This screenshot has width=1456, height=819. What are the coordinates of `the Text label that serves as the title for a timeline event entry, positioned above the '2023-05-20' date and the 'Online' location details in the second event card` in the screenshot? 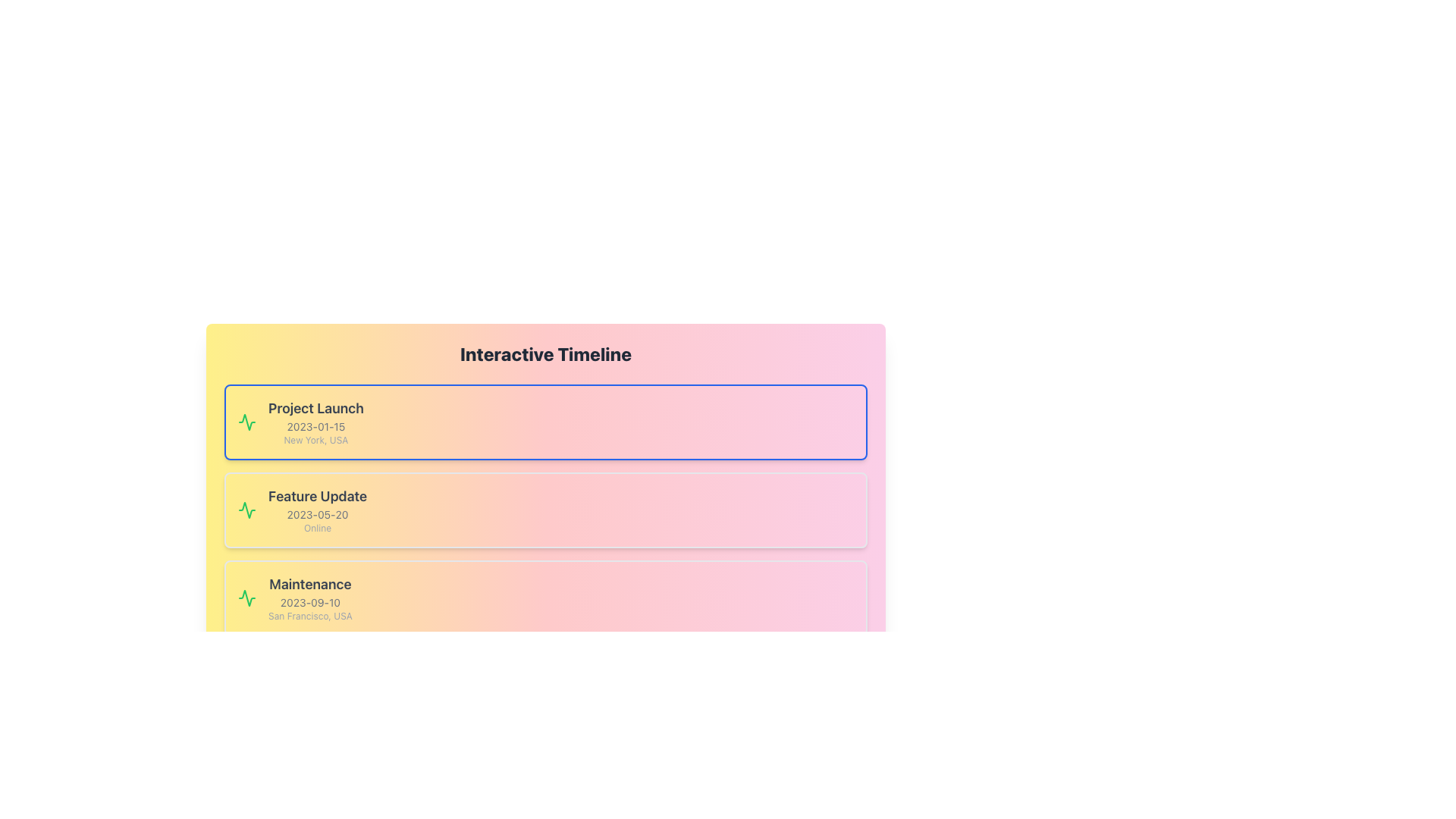 It's located at (317, 497).